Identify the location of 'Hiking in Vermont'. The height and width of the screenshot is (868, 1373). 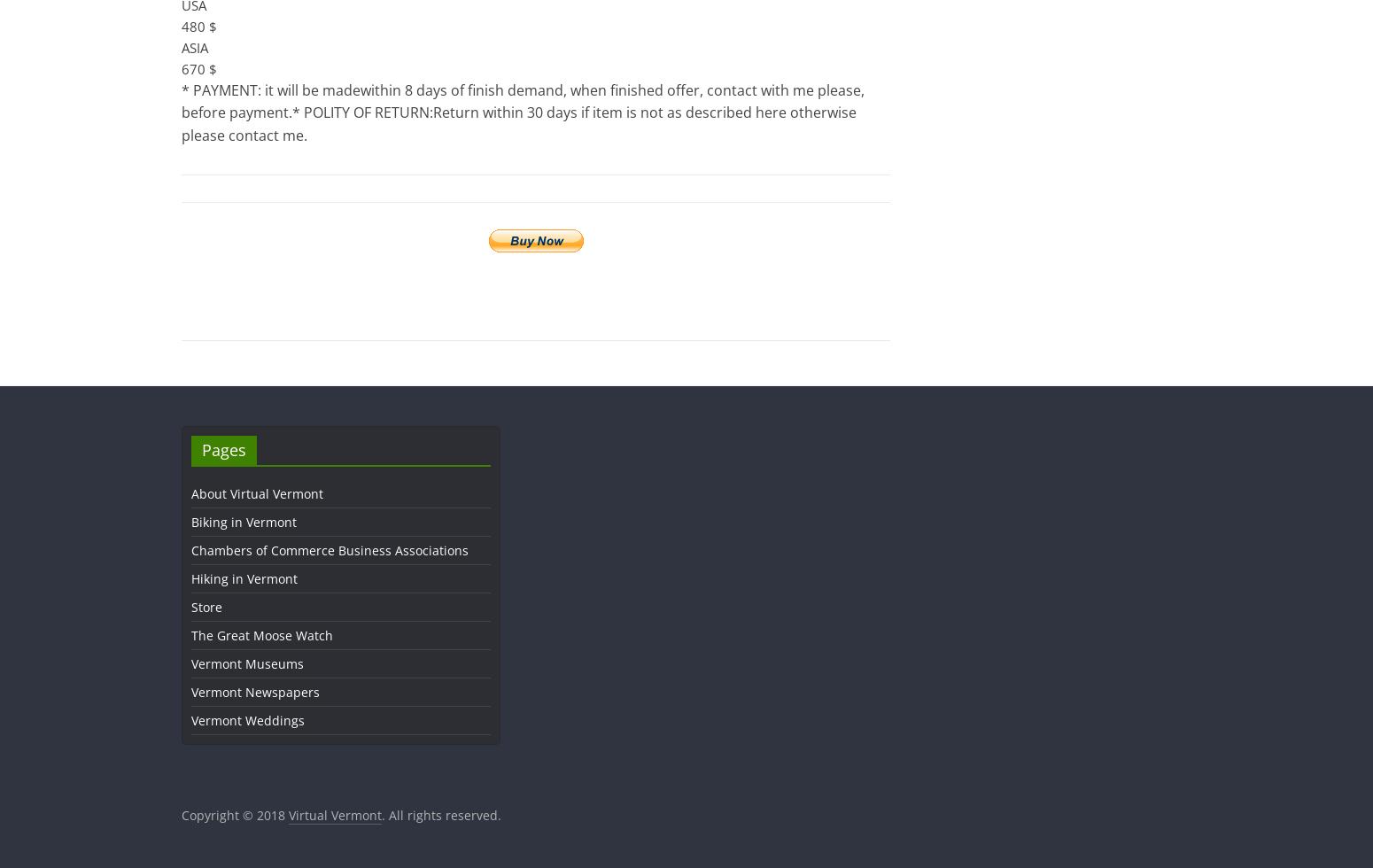
(244, 578).